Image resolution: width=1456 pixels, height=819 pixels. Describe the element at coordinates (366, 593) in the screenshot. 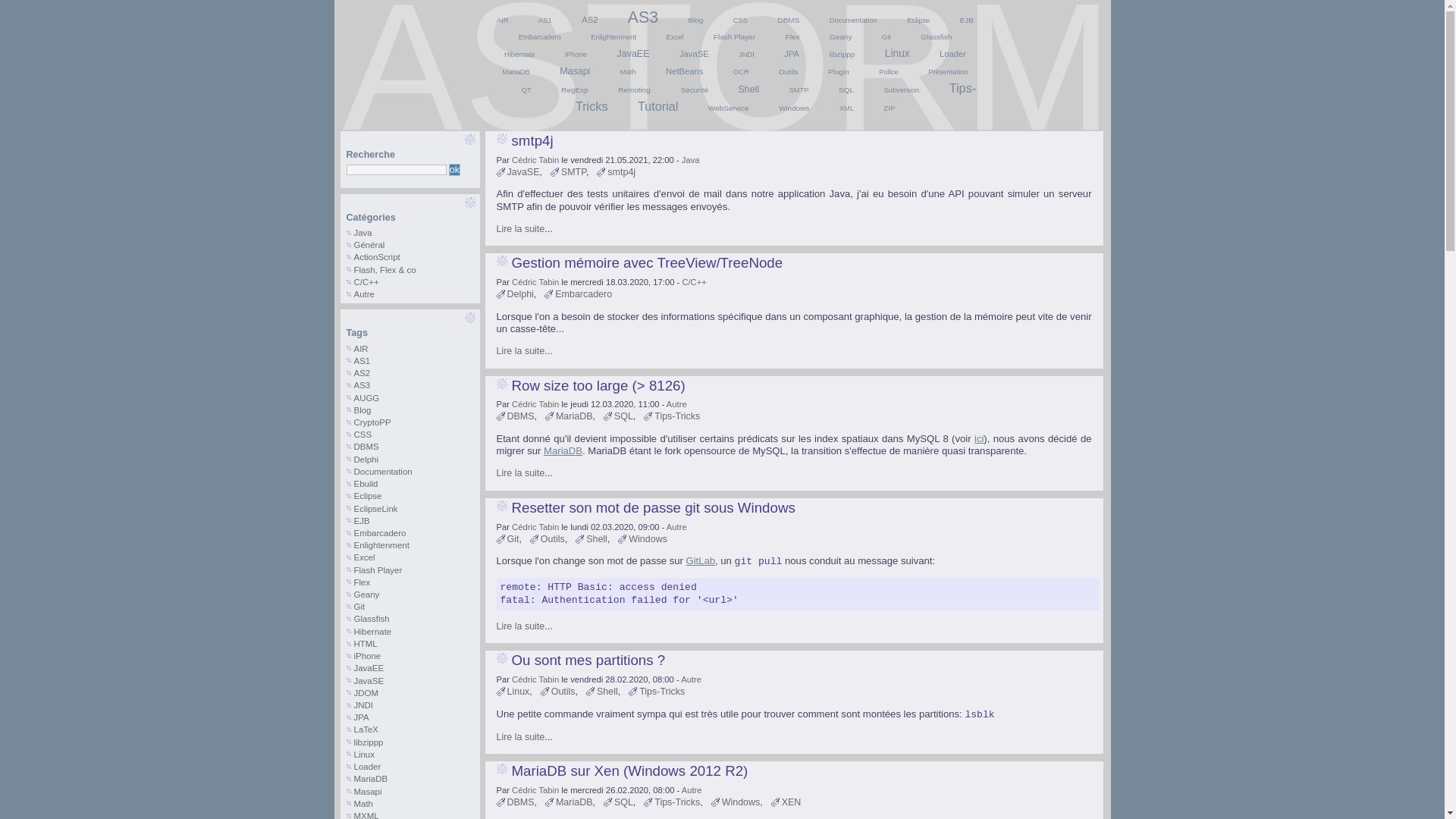

I see `'Geany'` at that location.